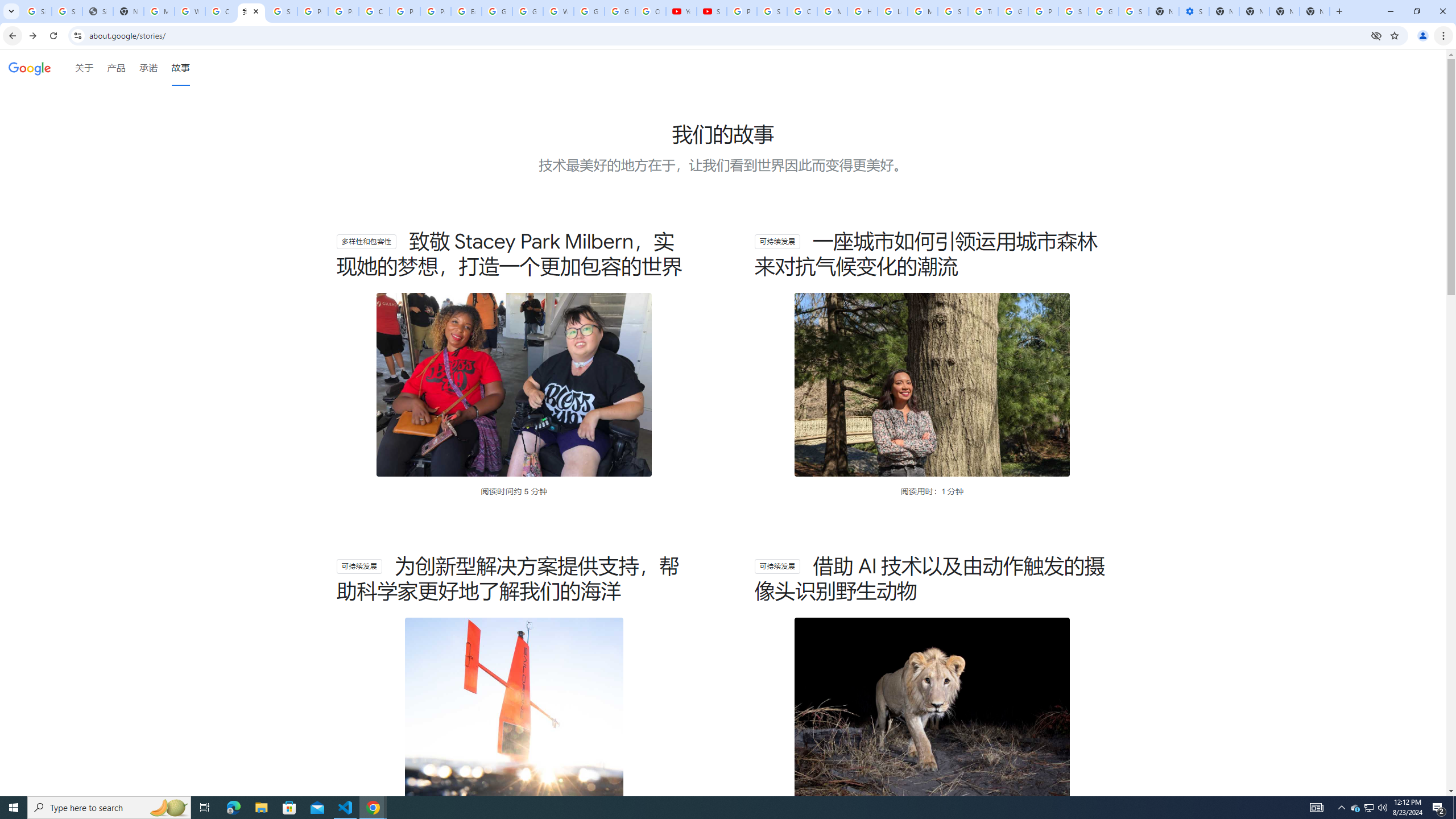 This screenshot has width=1456, height=819. What do you see at coordinates (1073, 11) in the screenshot?
I see `'Sign in - Google Accounts'` at bounding box center [1073, 11].